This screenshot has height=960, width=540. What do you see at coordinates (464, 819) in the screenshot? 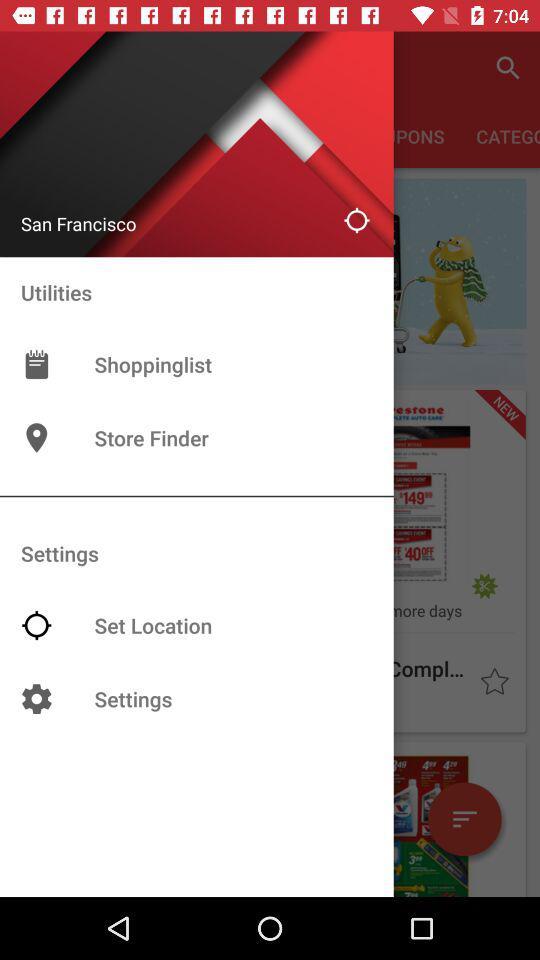
I see `the filter_list icon` at bounding box center [464, 819].